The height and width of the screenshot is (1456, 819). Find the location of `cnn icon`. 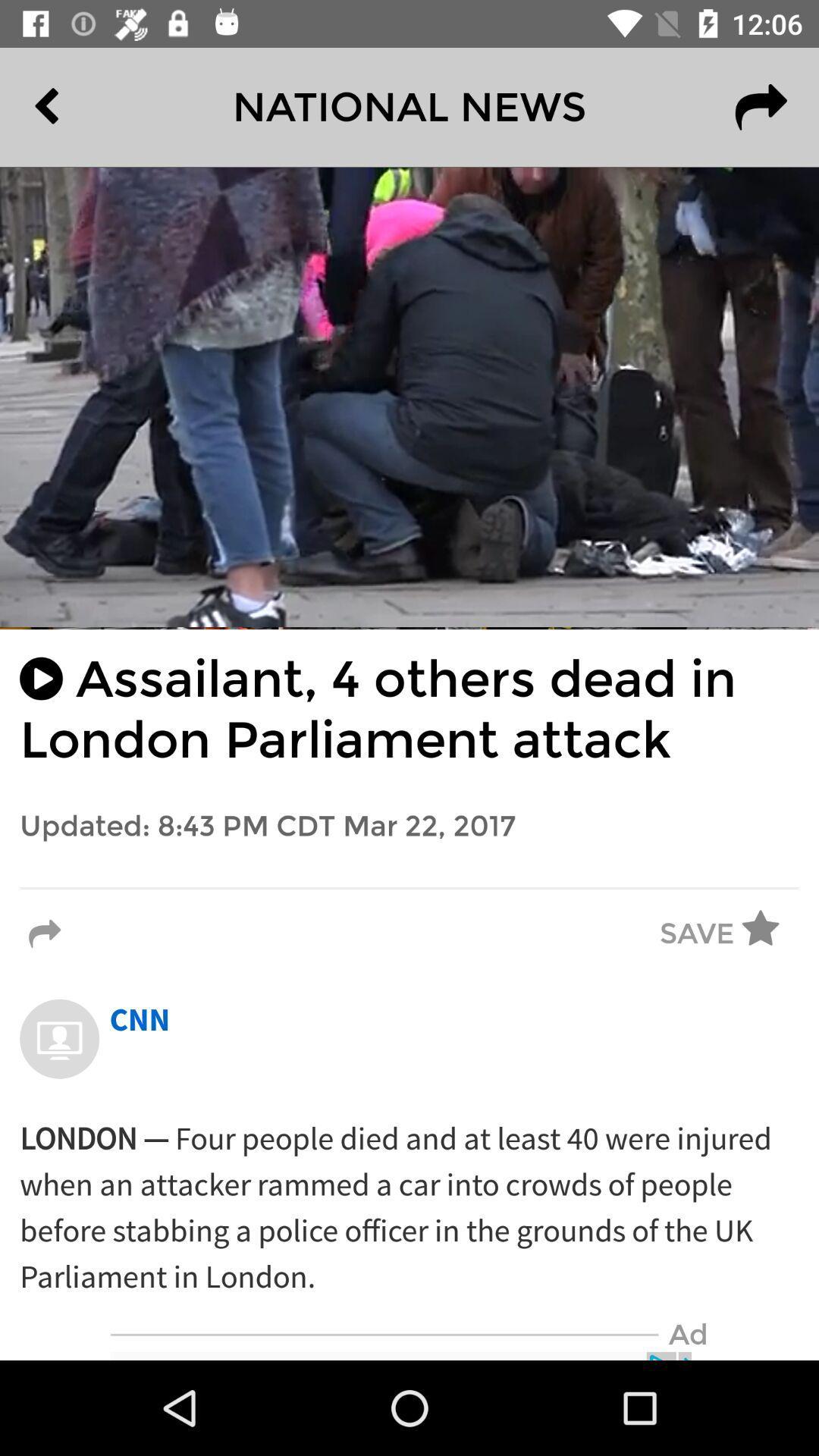

cnn icon is located at coordinates (140, 1021).